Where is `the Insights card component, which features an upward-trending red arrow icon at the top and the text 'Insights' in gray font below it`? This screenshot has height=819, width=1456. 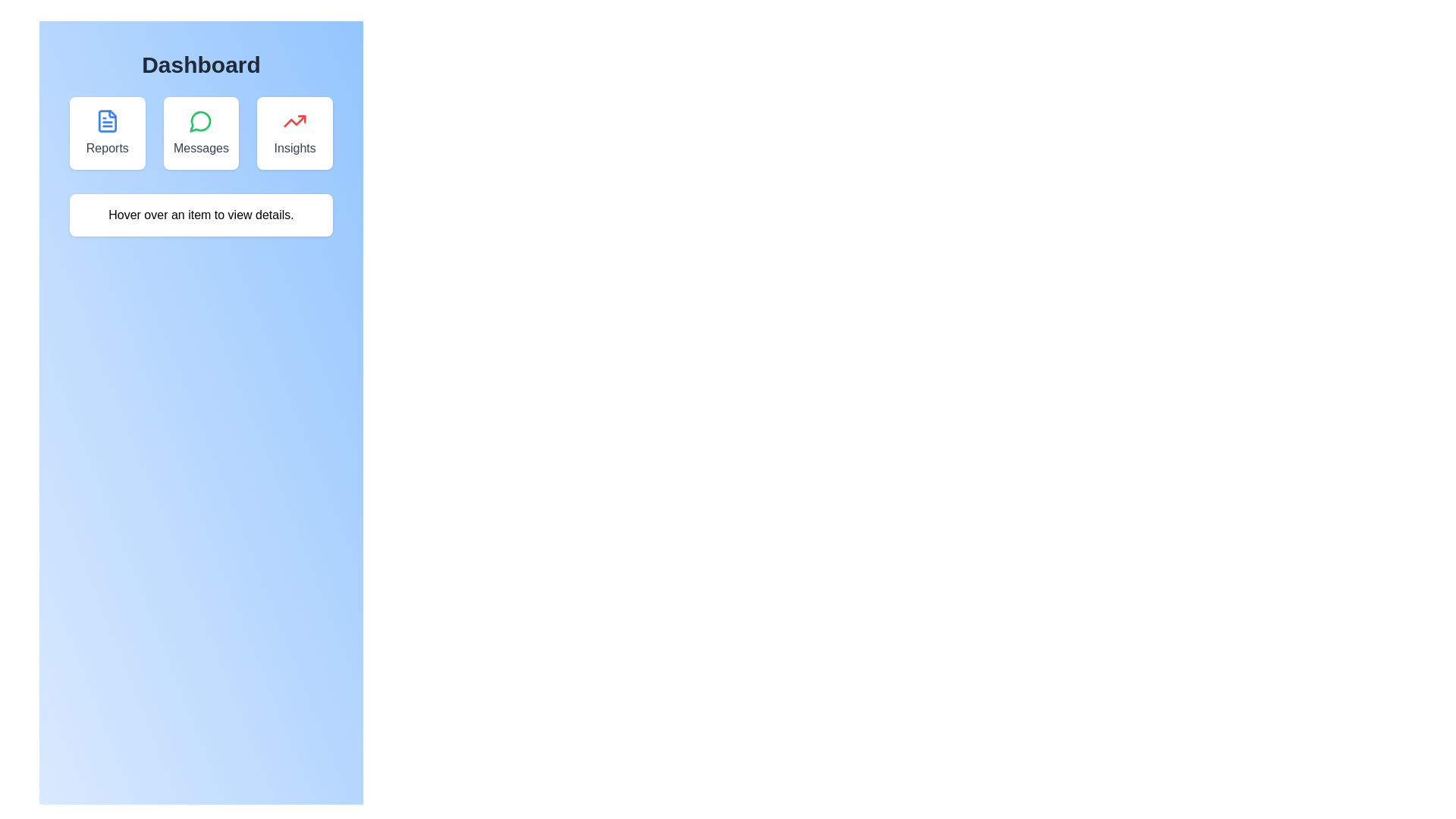
the Insights card component, which features an upward-trending red arrow icon at the top and the text 'Insights' in gray font below it is located at coordinates (295, 133).